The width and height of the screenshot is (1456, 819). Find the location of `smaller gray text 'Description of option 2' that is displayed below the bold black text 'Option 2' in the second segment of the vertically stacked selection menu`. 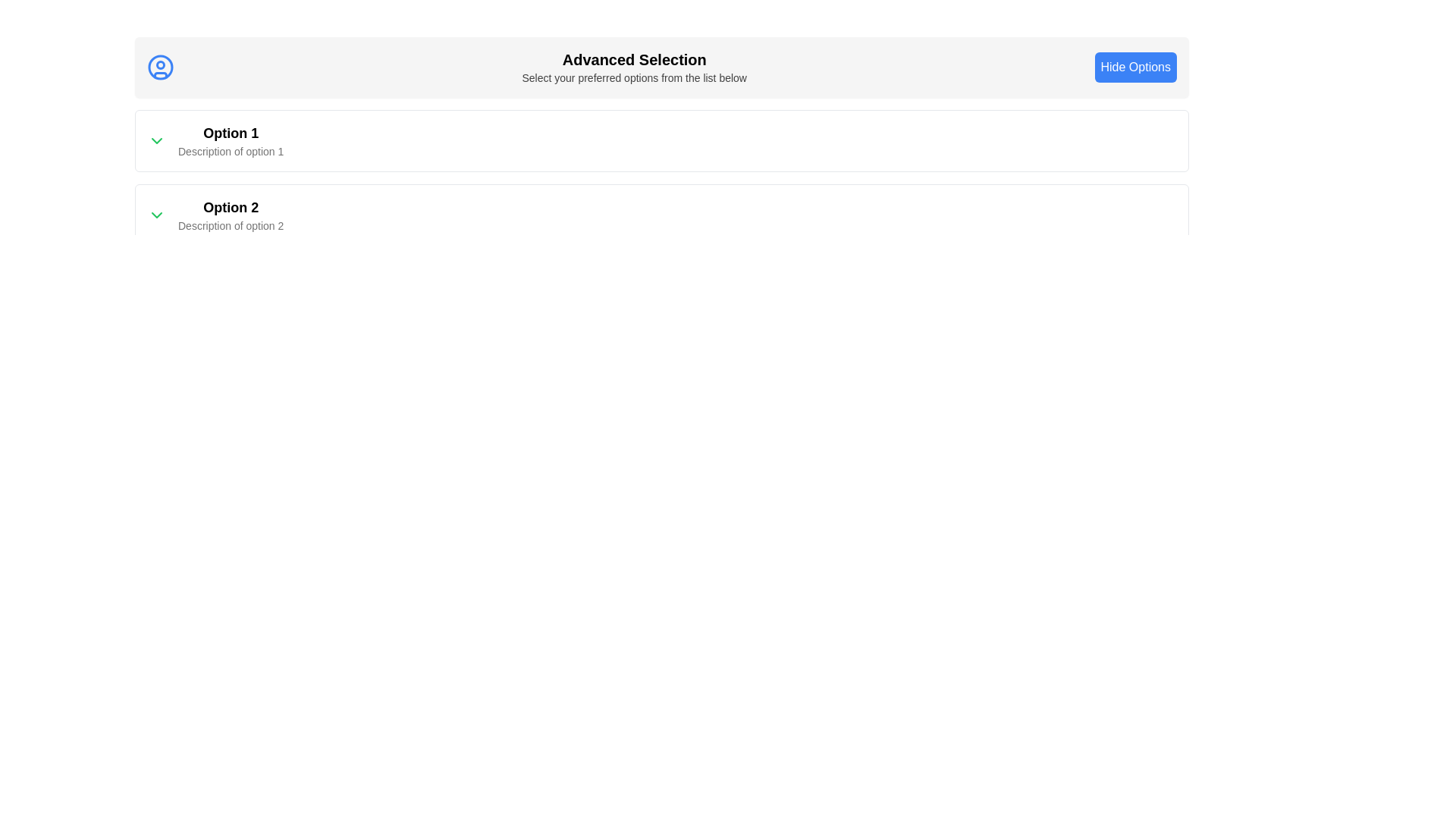

smaller gray text 'Description of option 2' that is displayed below the bold black text 'Option 2' in the second segment of the vertically stacked selection menu is located at coordinates (230, 215).